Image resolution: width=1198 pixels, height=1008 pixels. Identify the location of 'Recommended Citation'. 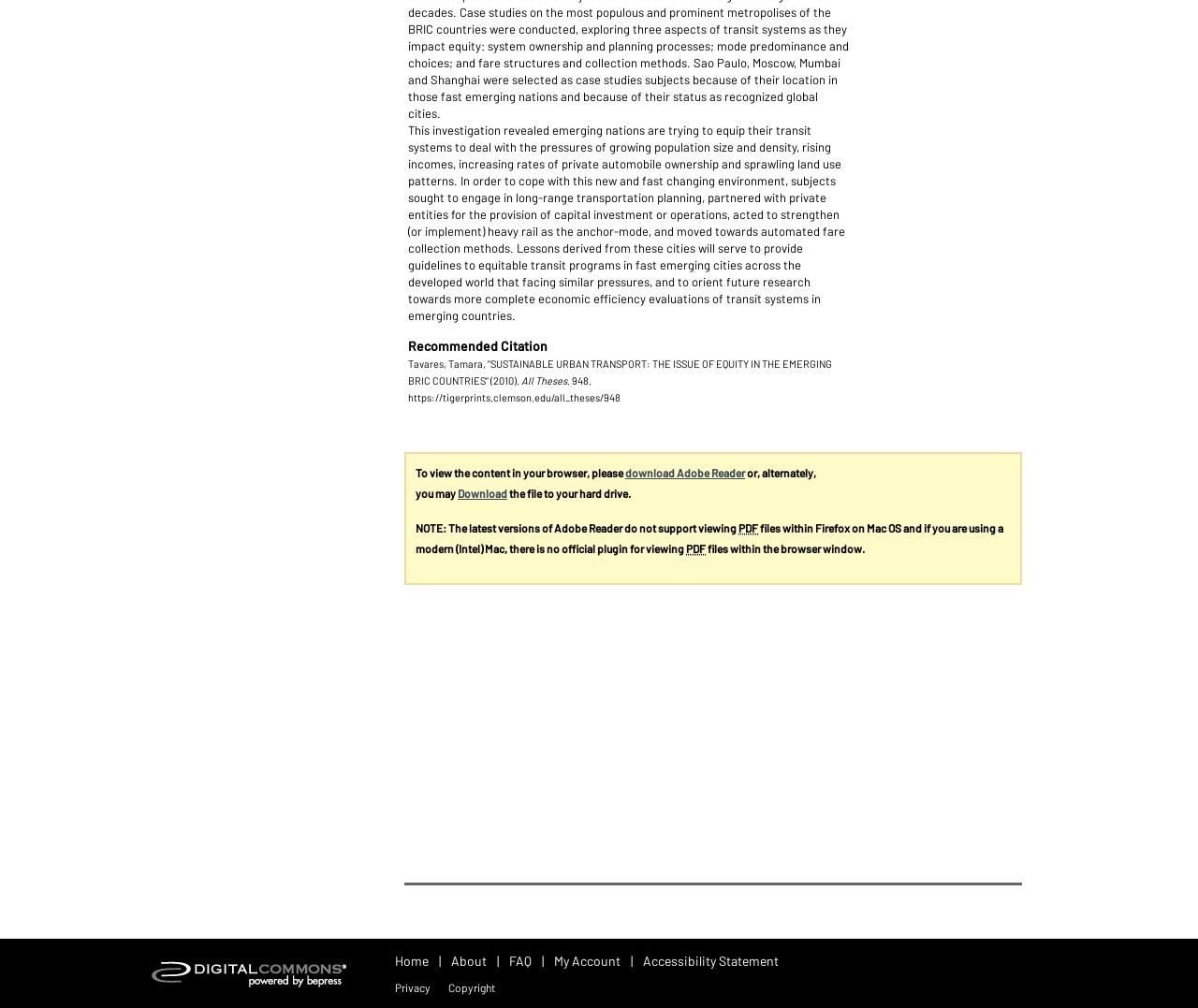
(406, 343).